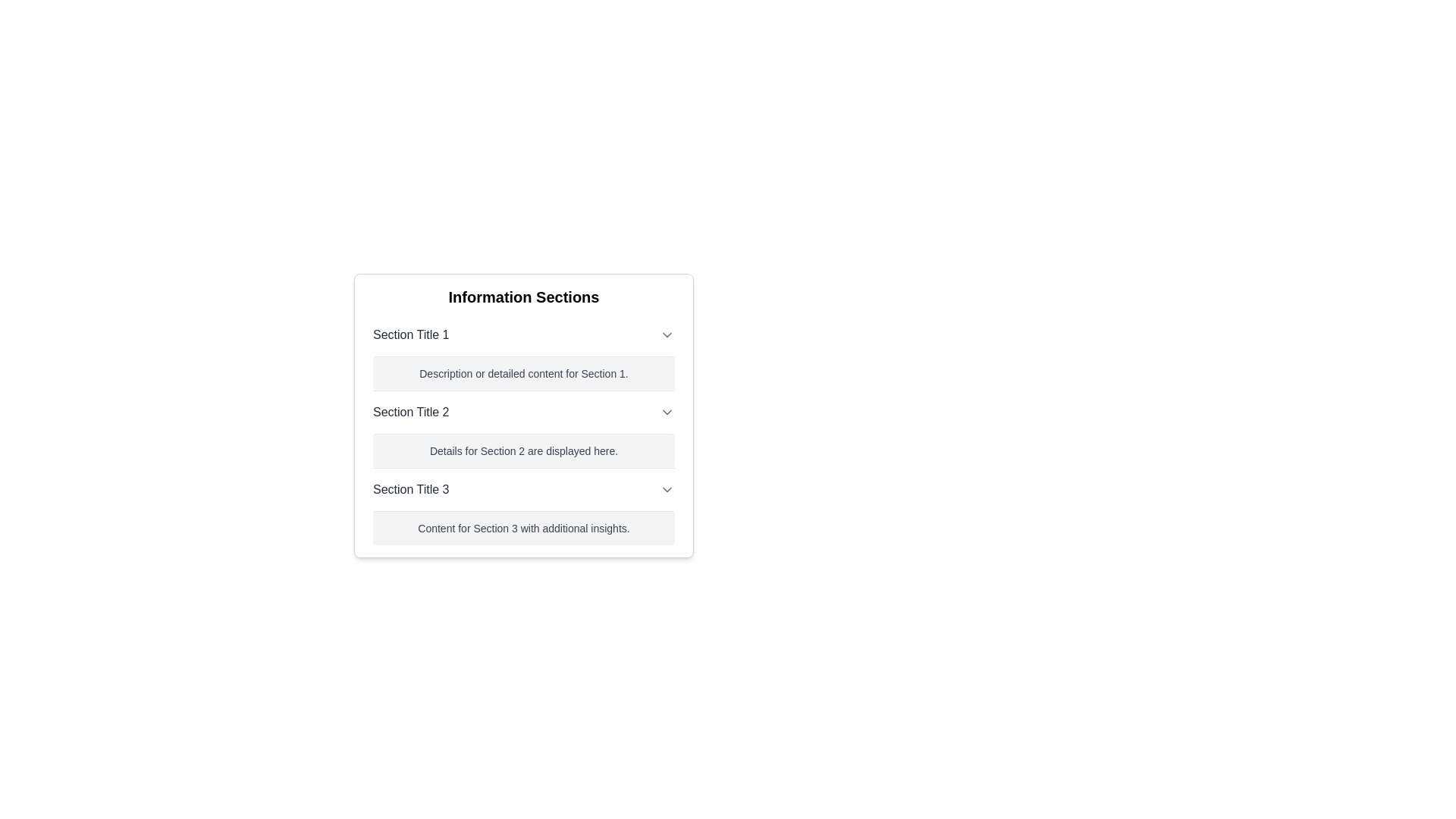 The height and width of the screenshot is (819, 1456). What do you see at coordinates (411, 489) in the screenshot?
I see `the text label displaying 'Section Title 3'` at bounding box center [411, 489].